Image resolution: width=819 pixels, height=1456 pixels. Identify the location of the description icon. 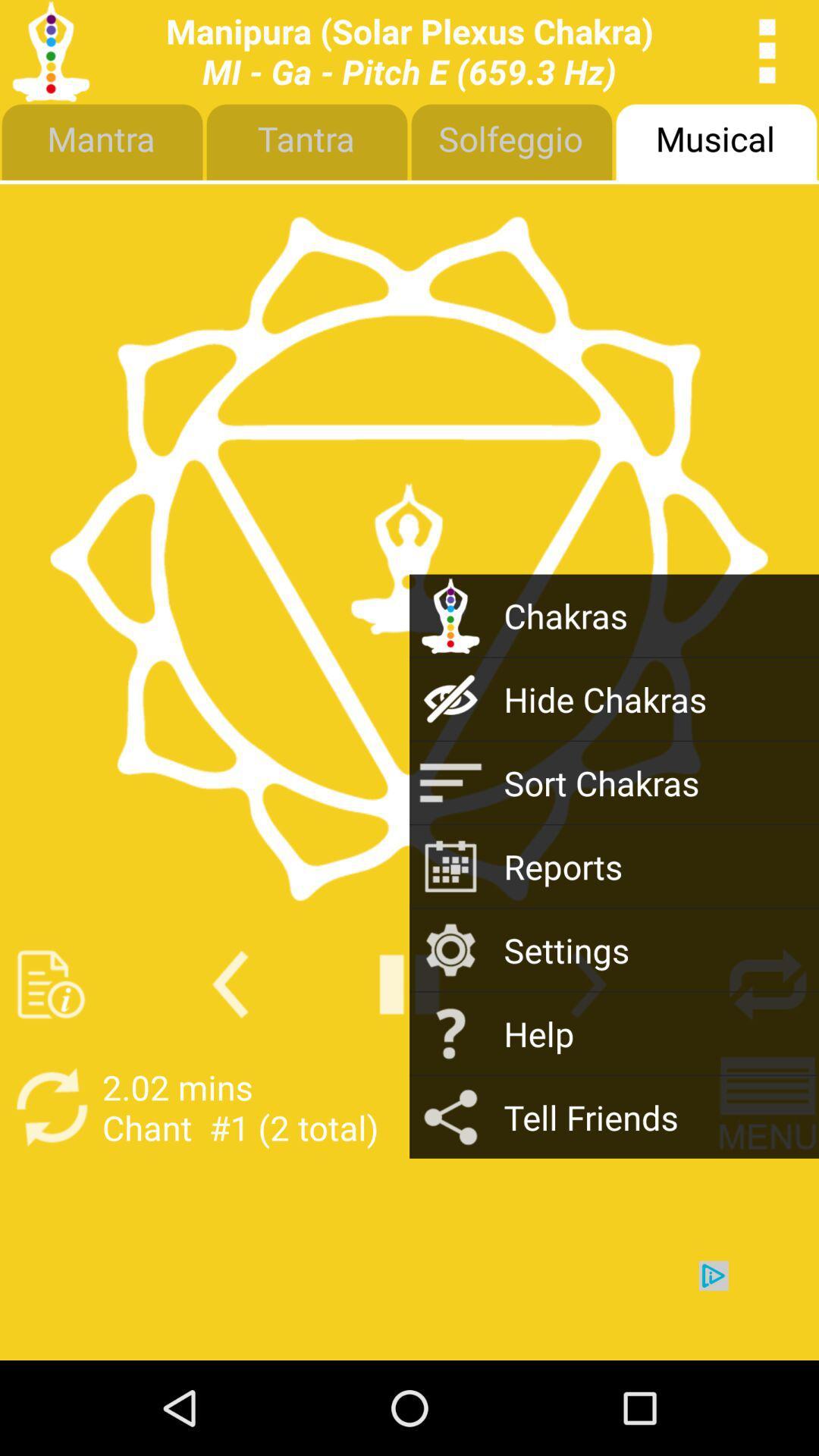
(50, 1053).